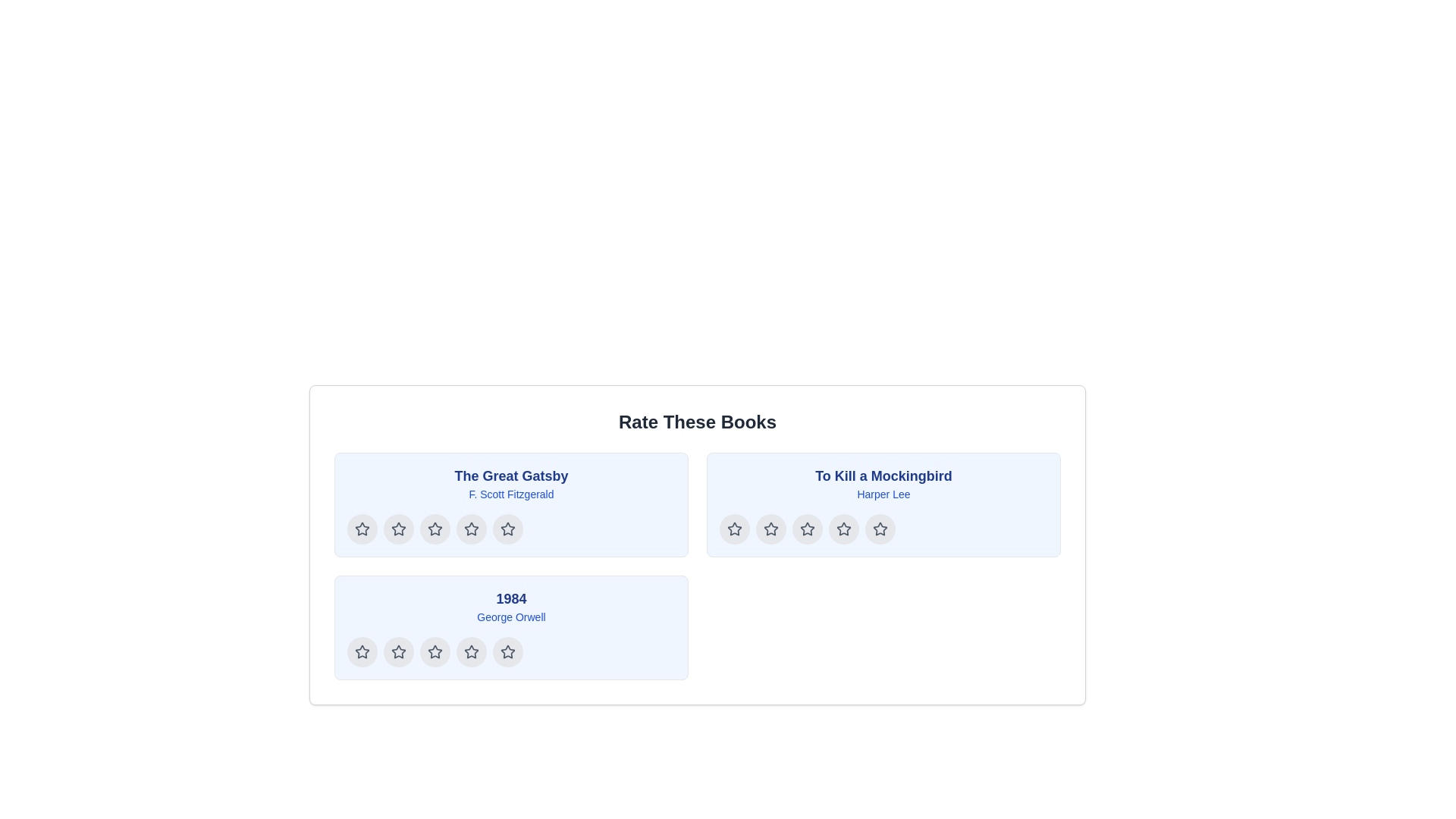 This screenshot has width=1456, height=819. Describe the element at coordinates (399, 651) in the screenshot. I see `the first hollow star icon used for rating located below the title '1984' by George Orwell` at that location.